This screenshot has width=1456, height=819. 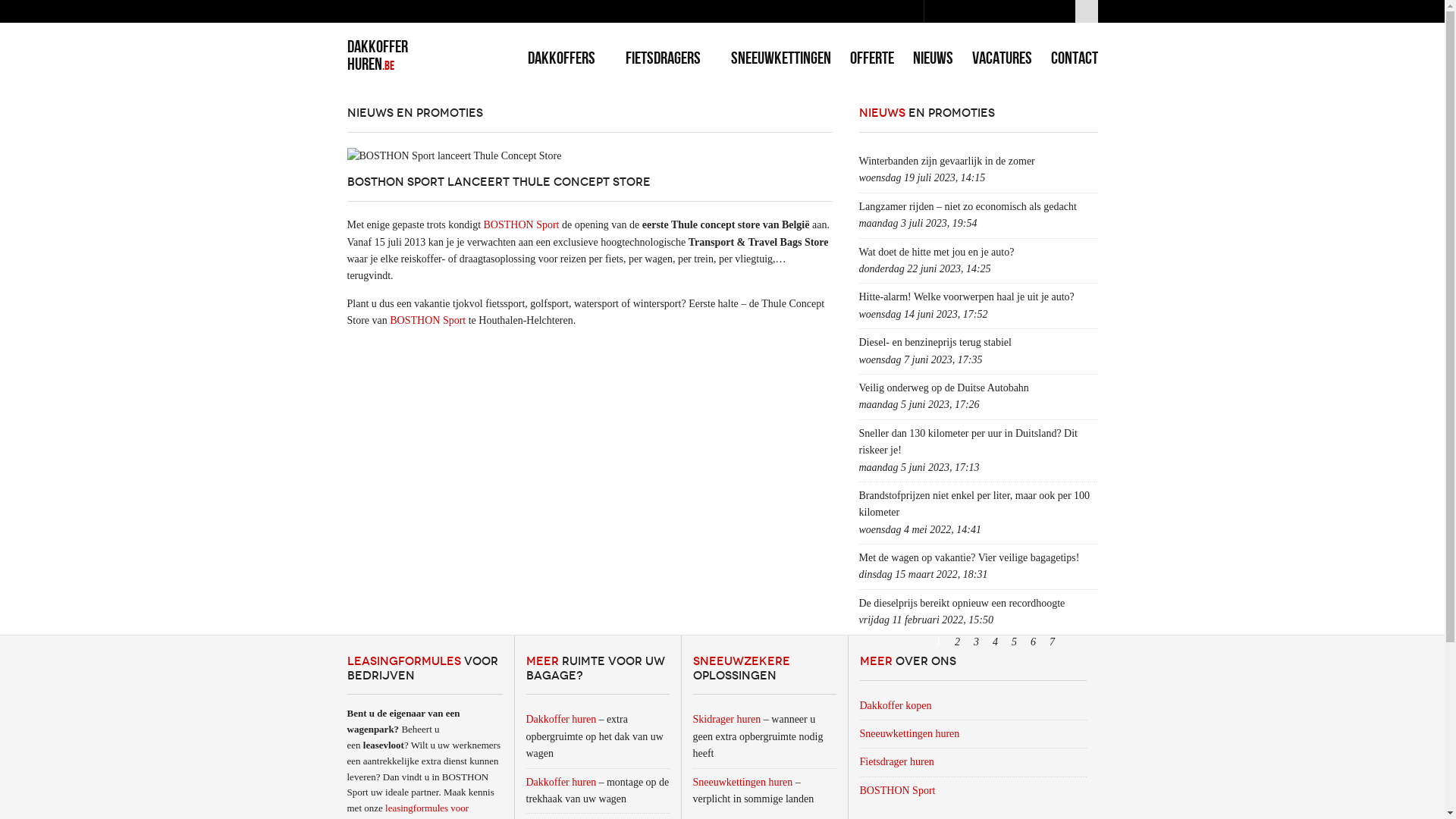 What do you see at coordinates (923, 11) in the screenshot?
I see `'Geef de woorden op waarnaar u wilt zoeken.'` at bounding box center [923, 11].